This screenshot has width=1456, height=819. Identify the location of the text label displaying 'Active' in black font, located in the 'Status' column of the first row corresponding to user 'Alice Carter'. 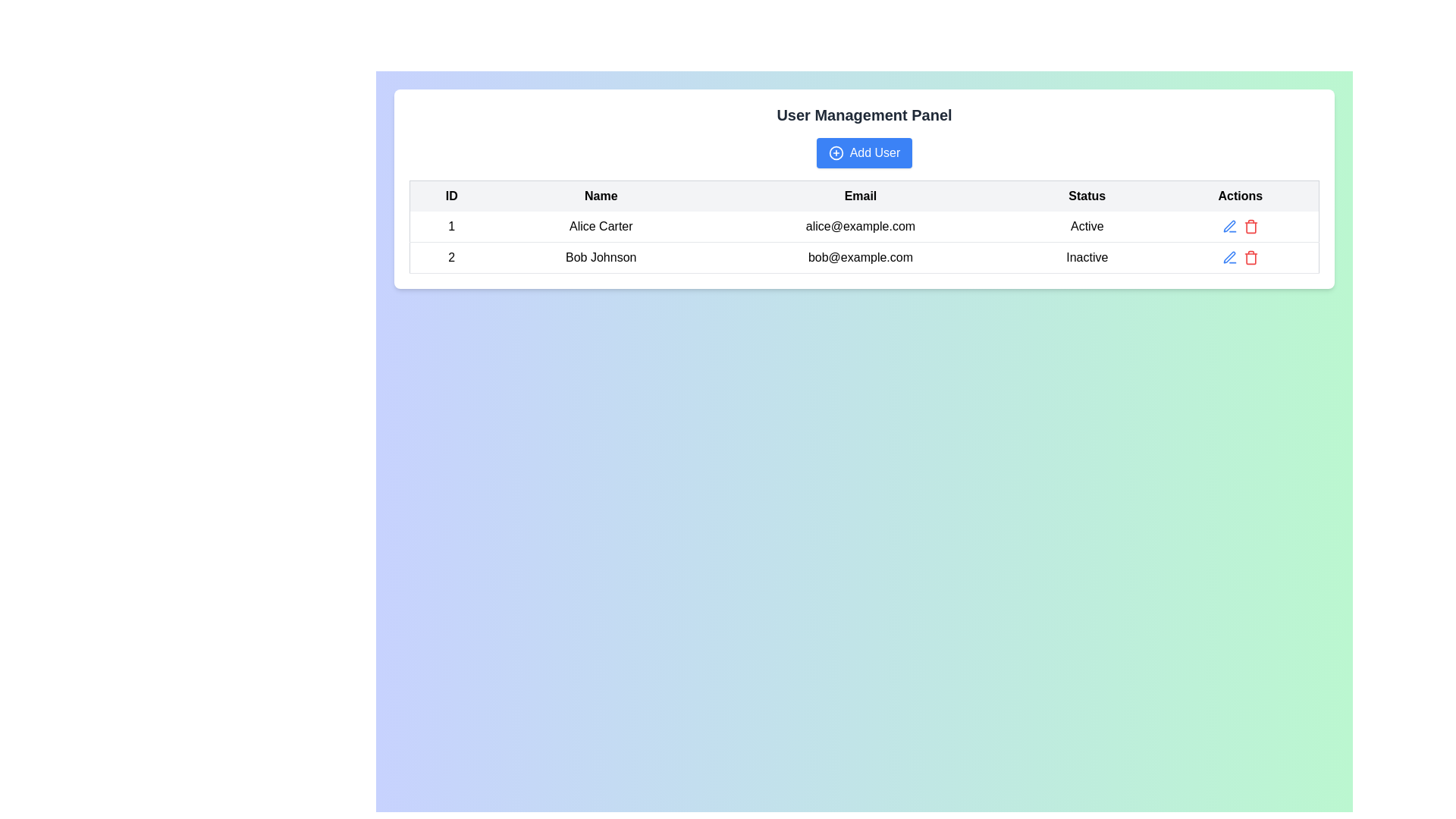
(1086, 227).